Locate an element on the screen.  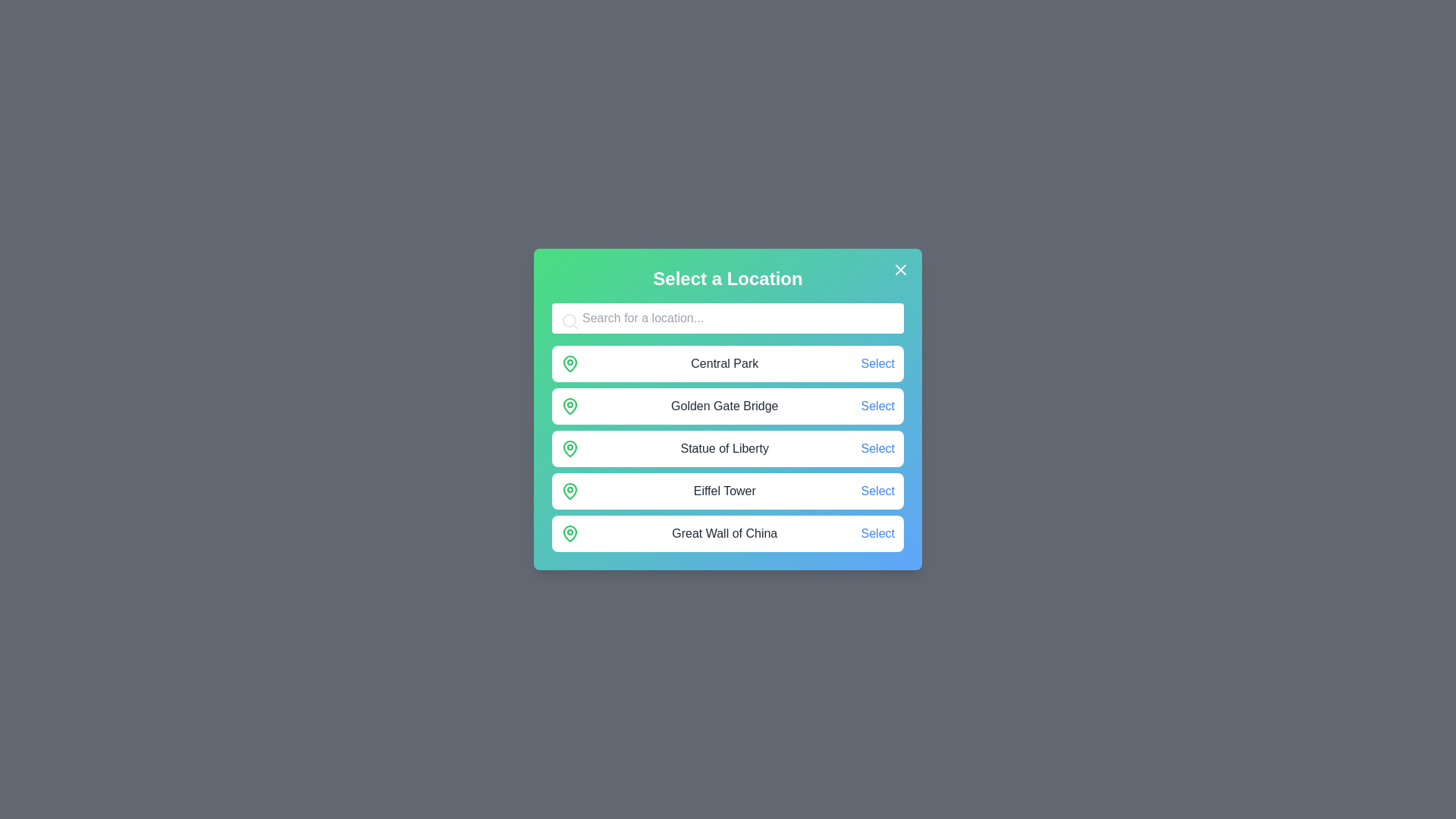
'Select' button corresponding to Great Wall of China is located at coordinates (877, 533).